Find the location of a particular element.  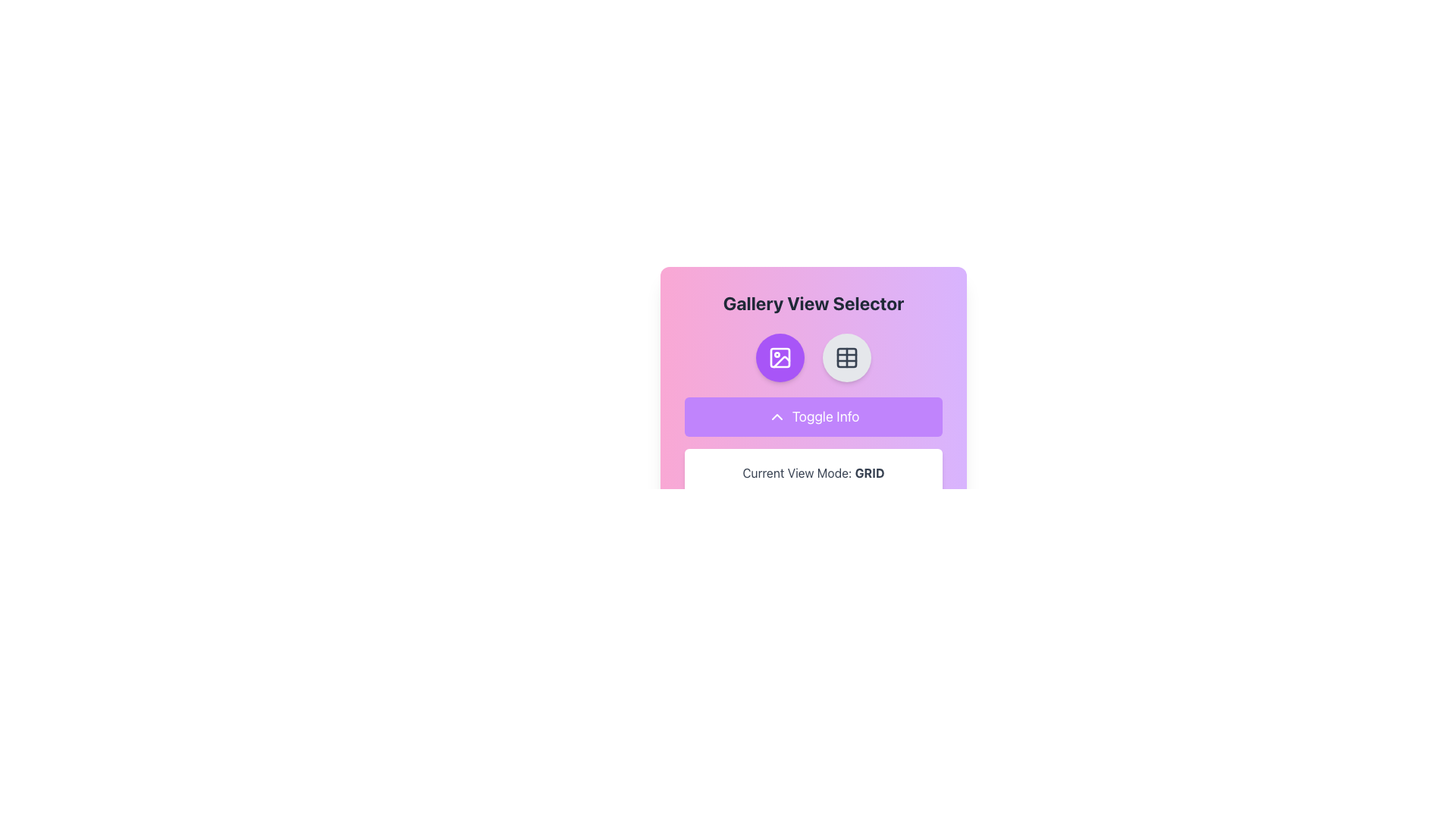

the non-interactive text label indicating the current view mode as 'GRID', which is positioned beneath the 'Toggle Info' button is located at coordinates (870, 472).